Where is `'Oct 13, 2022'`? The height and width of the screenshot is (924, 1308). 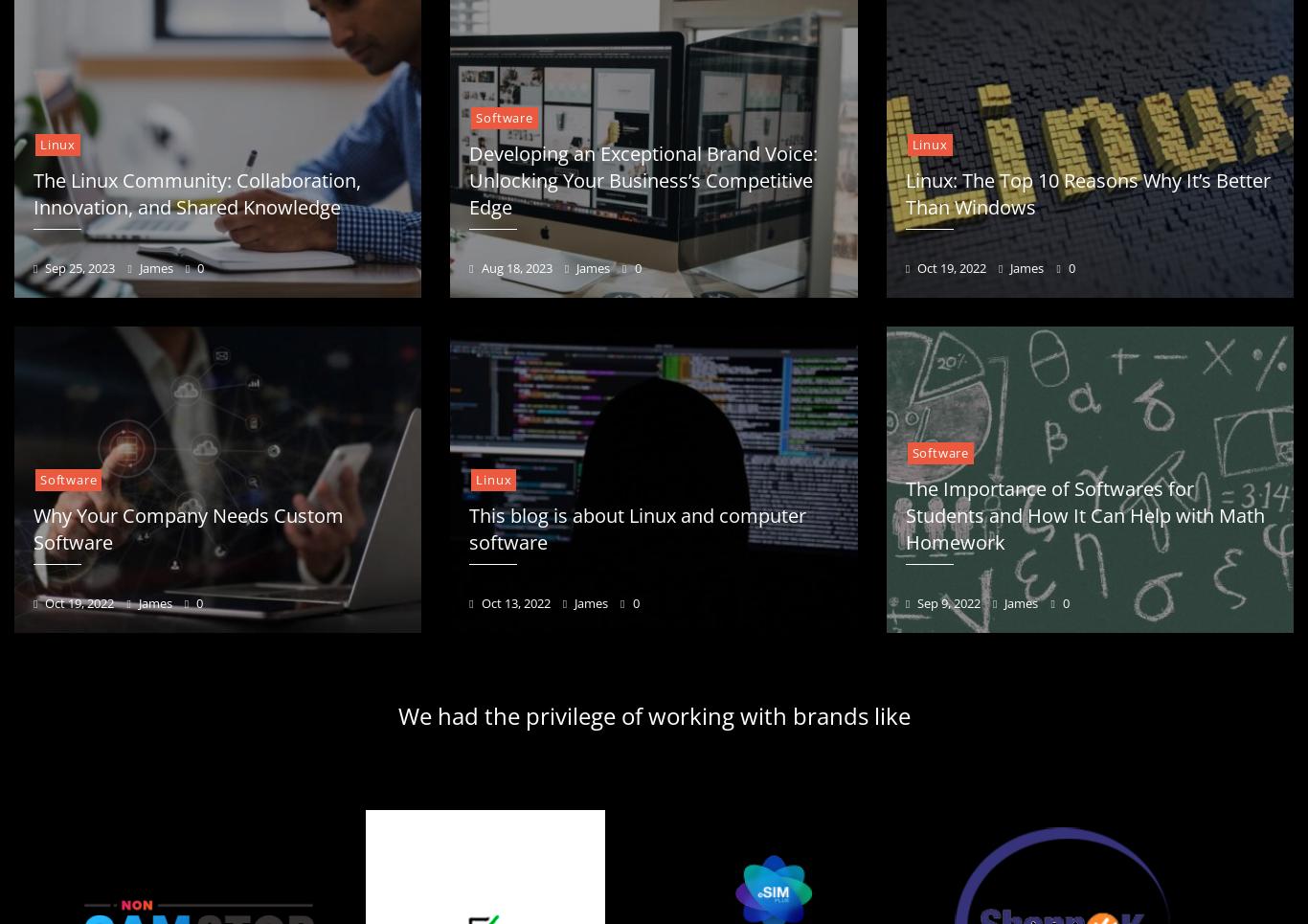
'Oct 13, 2022' is located at coordinates (477, 600).